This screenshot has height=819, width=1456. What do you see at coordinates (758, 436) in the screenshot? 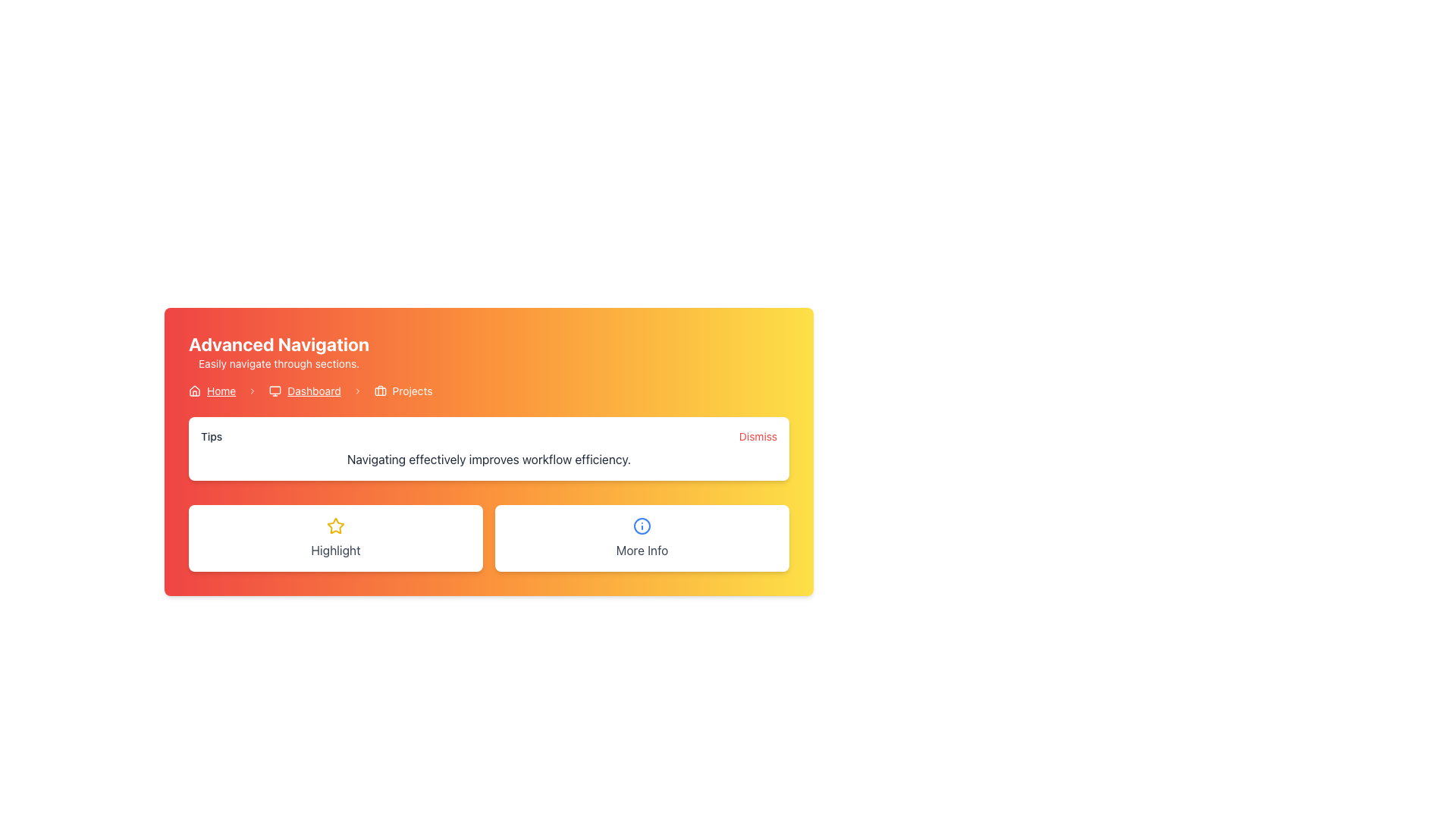
I see `the 'Dismiss' interactive link located at the top right corner of the 'Tips' section` at bounding box center [758, 436].